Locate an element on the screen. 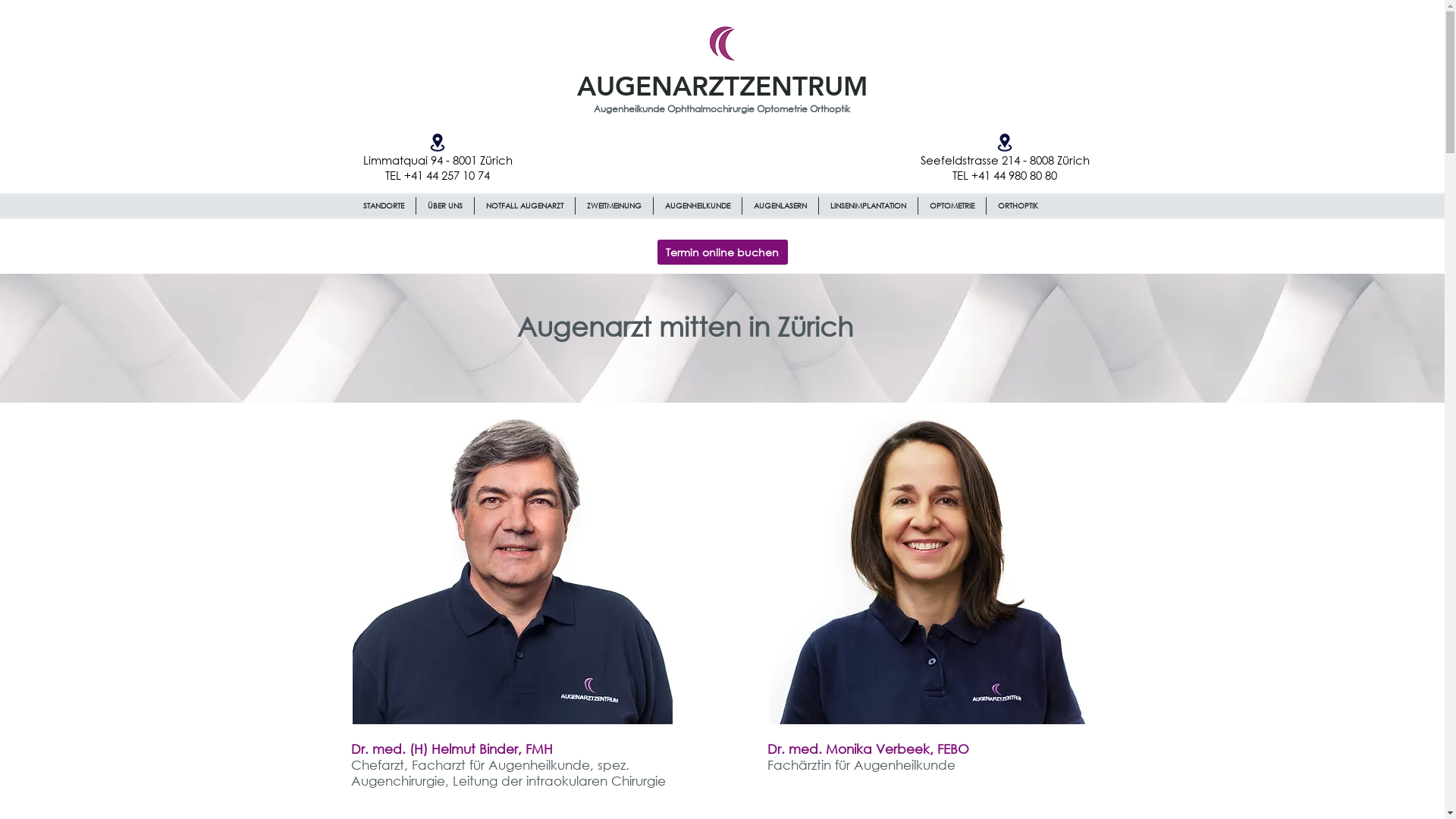 This screenshot has width=1456, height=819. 'Dr. med. Monika Verbeek' is located at coordinates (927, 564).